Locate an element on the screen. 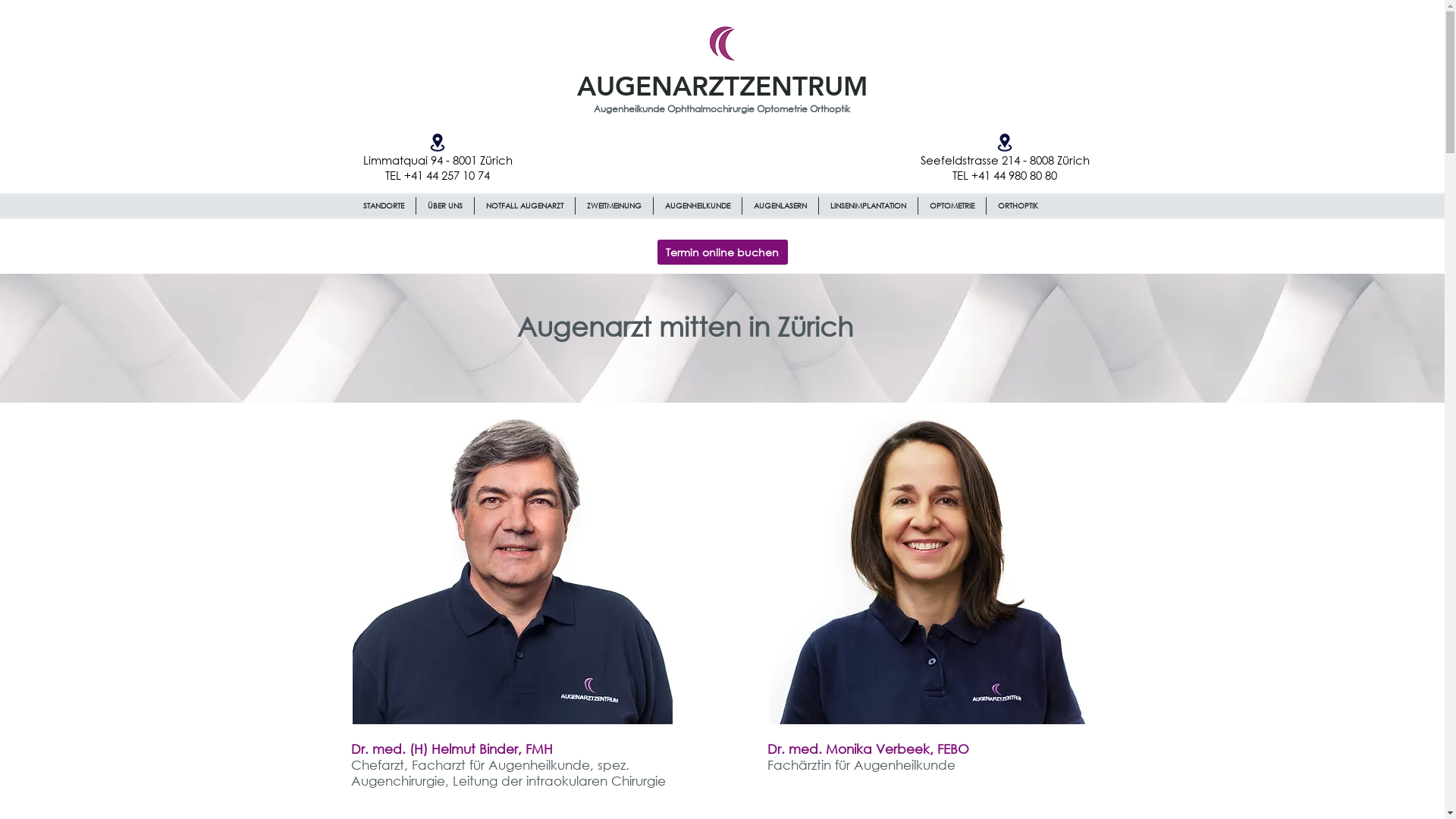 This screenshot has width=1456, height=819. 'Dr. med. Monika Verbeek' is located at coordinates (927, 564).